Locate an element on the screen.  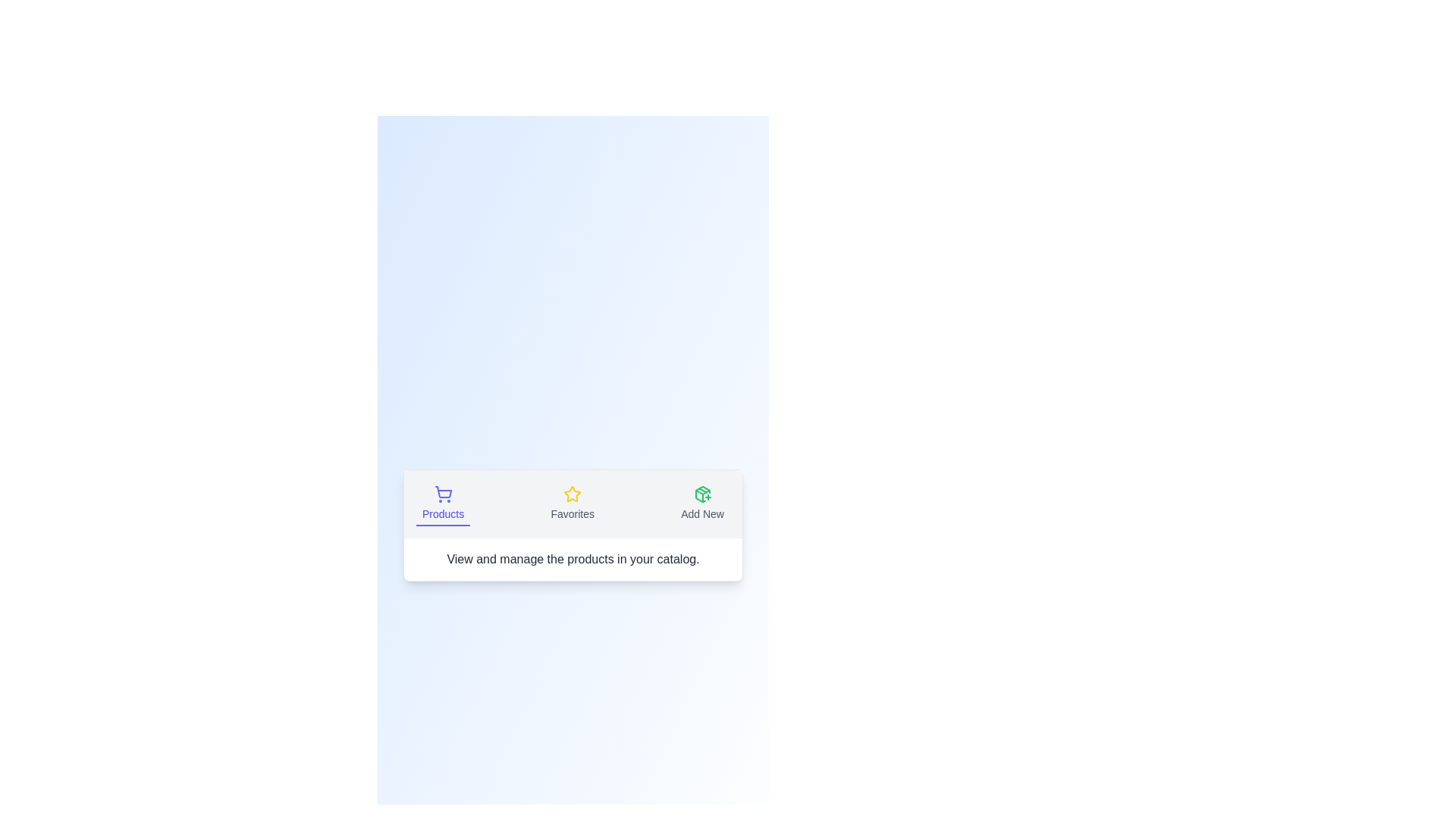
the Favorites tab is located at coordinates (572, 504).